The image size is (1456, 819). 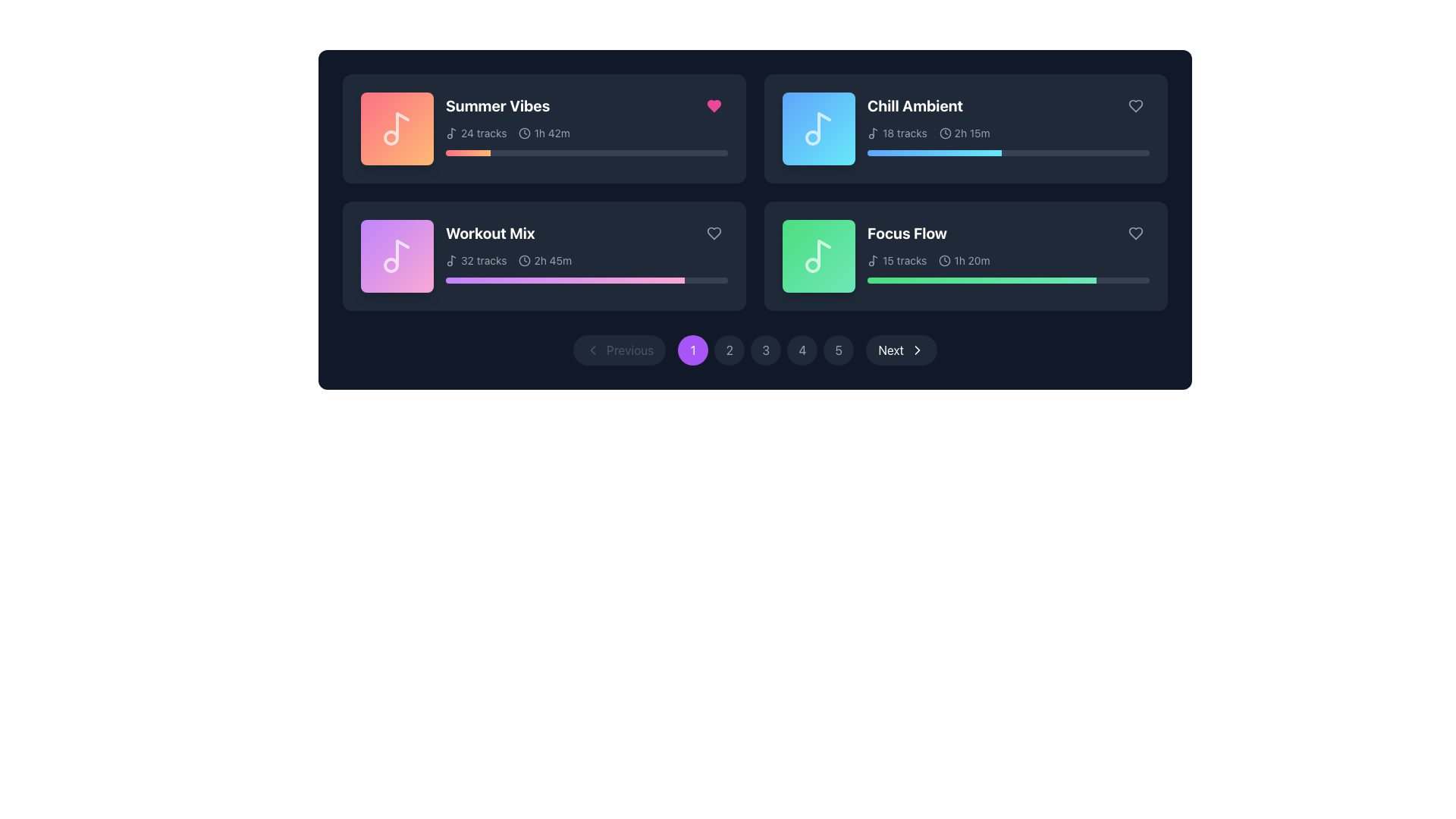 I want to click on the circular button with a dark gray background and the number '4' displayed in light gray text, so click(x=802, y=350).